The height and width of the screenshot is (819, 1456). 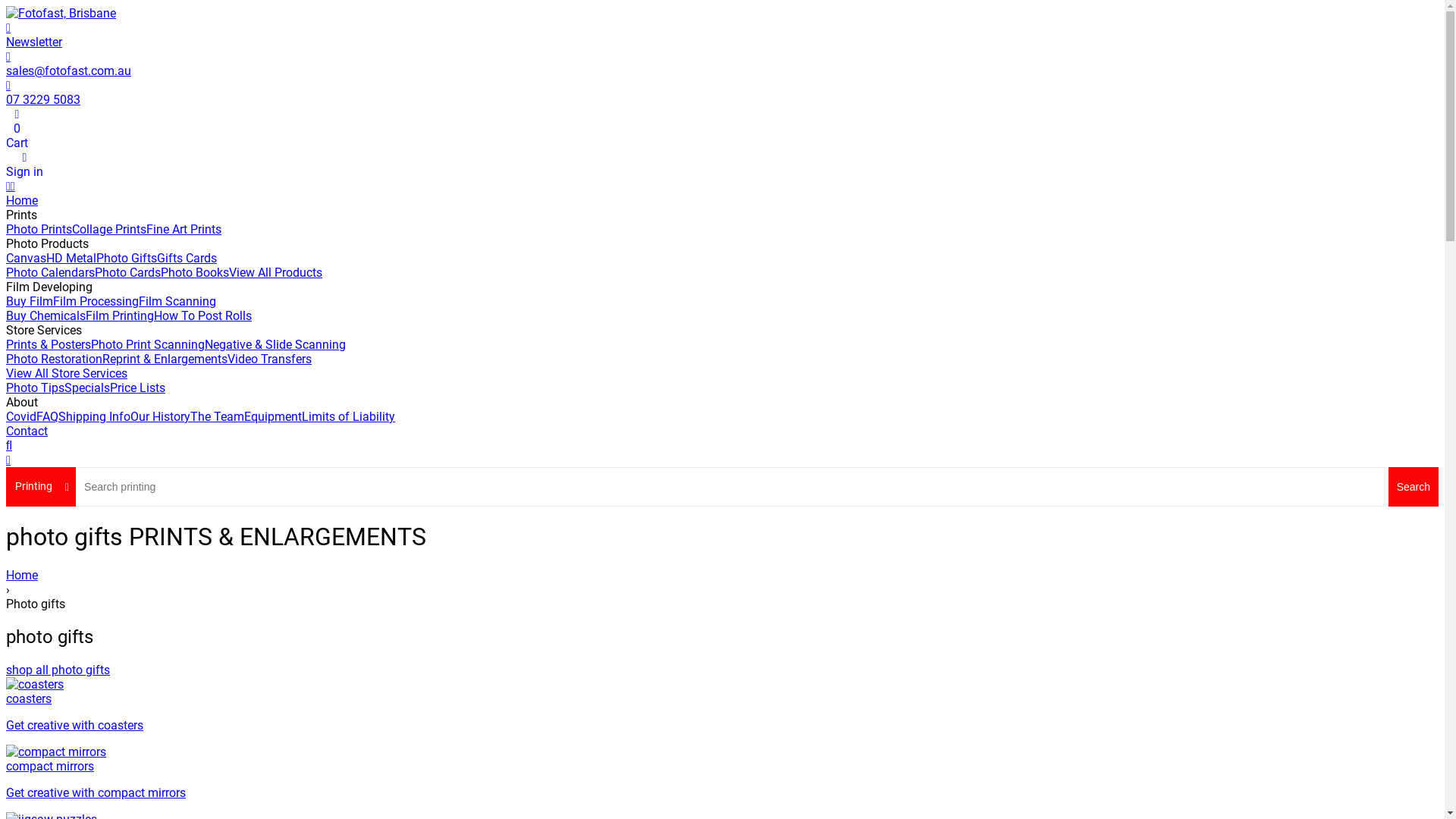 What do you see at coordinates (189, 416) in the screenshot?
I see `'The Team'` at bounding box center [189, 416].